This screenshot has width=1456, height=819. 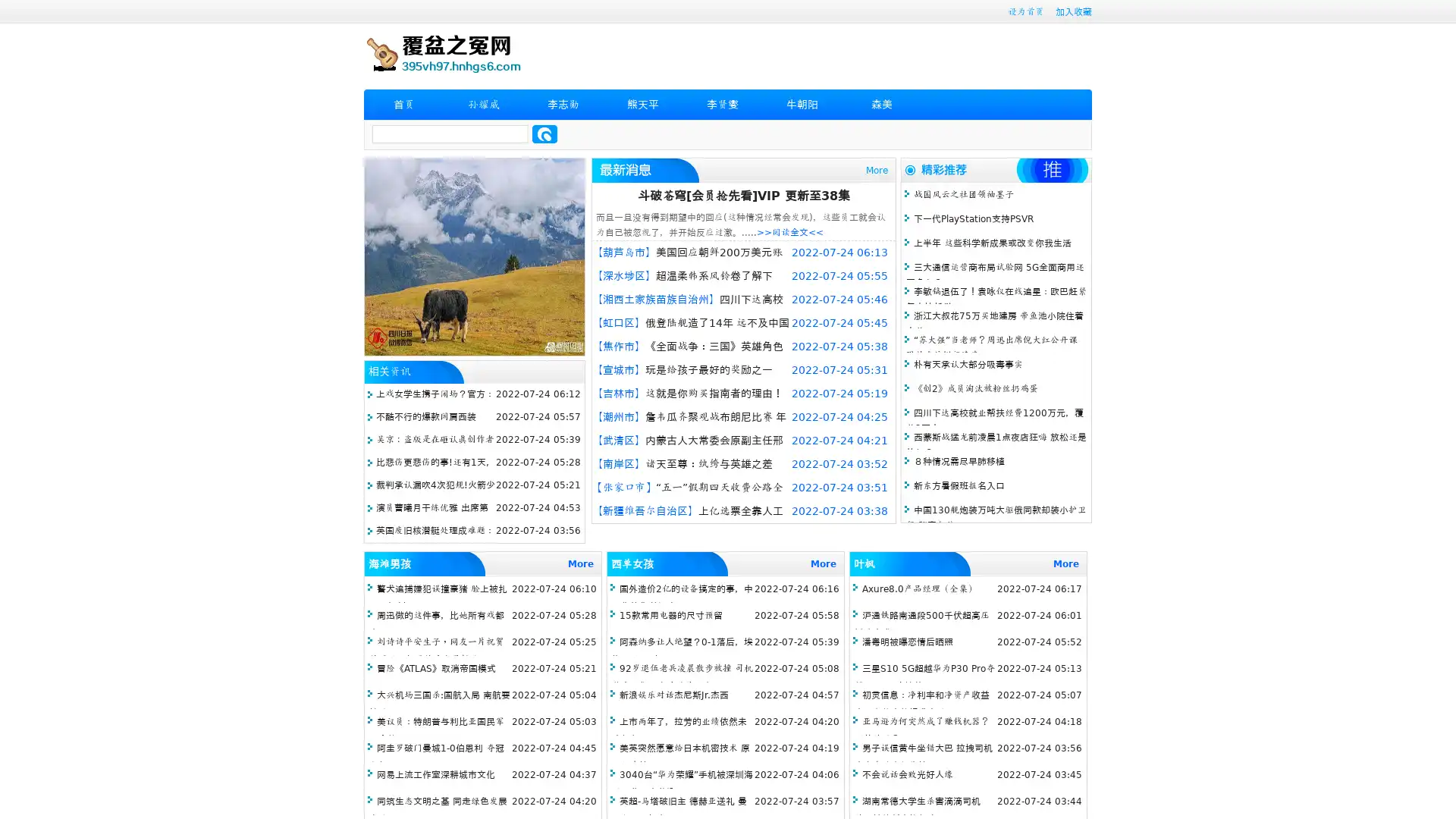 I want to click on Search, so click(x=544, y=133).